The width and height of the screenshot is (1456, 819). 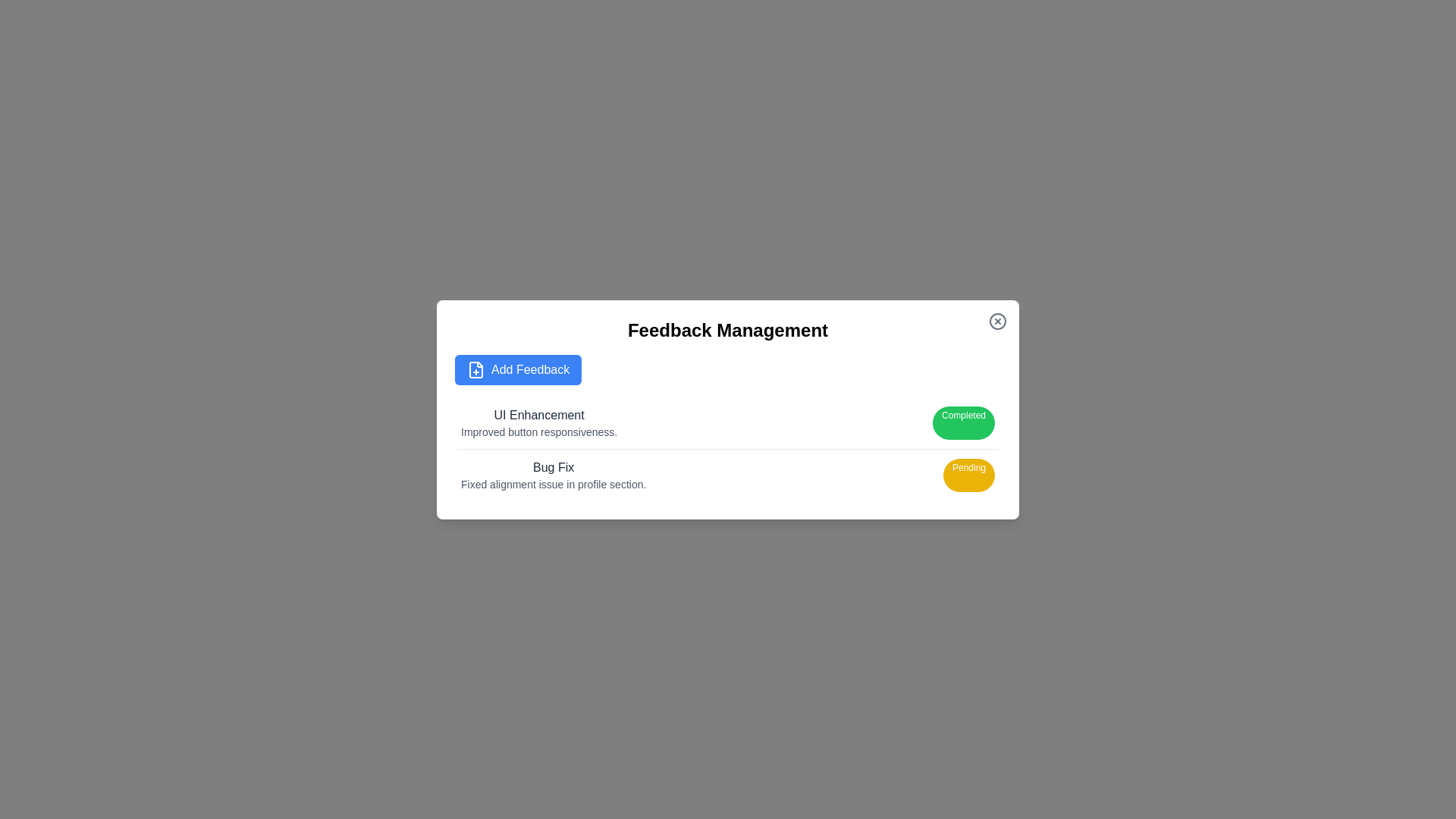 I want to click on the Text label that provides a descriptive text about the UI enhancement, located on the left side of the modal beneath the 'UI Enhancement' section header and above the 'Bug Fix' section, so click(x=539, y=431).